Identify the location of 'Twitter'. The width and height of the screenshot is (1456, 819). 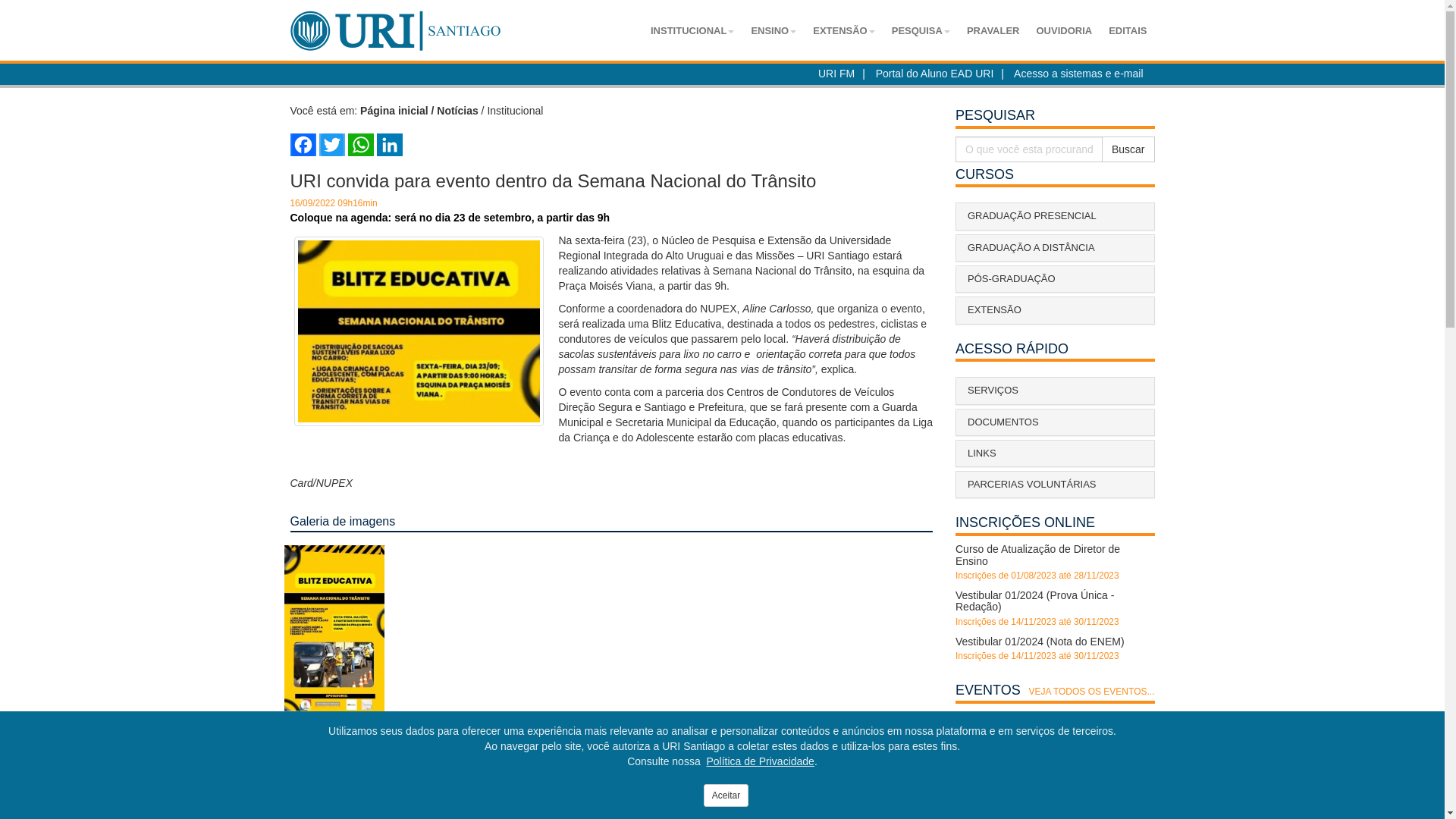
(330, 145).